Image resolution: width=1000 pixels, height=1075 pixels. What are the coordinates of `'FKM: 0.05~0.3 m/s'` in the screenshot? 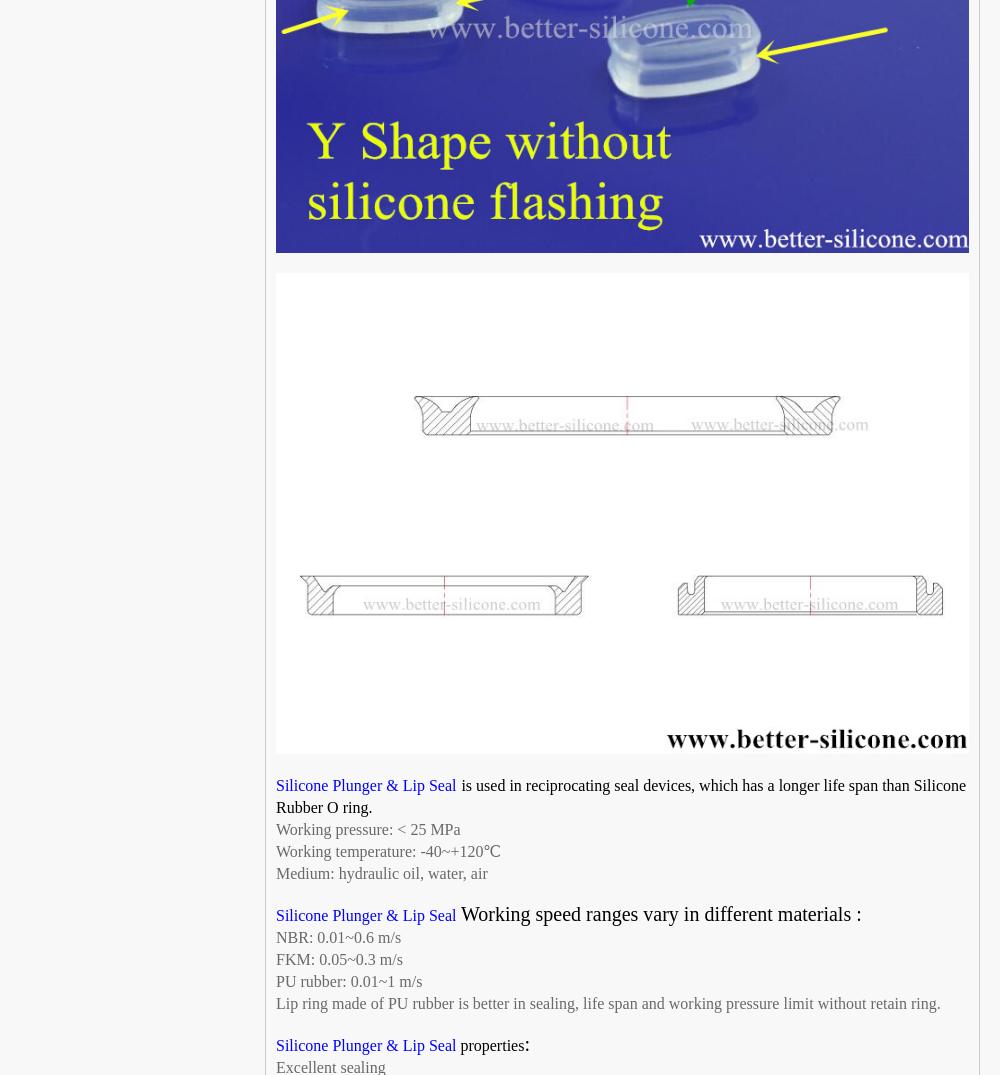 It's located at (338, 960).